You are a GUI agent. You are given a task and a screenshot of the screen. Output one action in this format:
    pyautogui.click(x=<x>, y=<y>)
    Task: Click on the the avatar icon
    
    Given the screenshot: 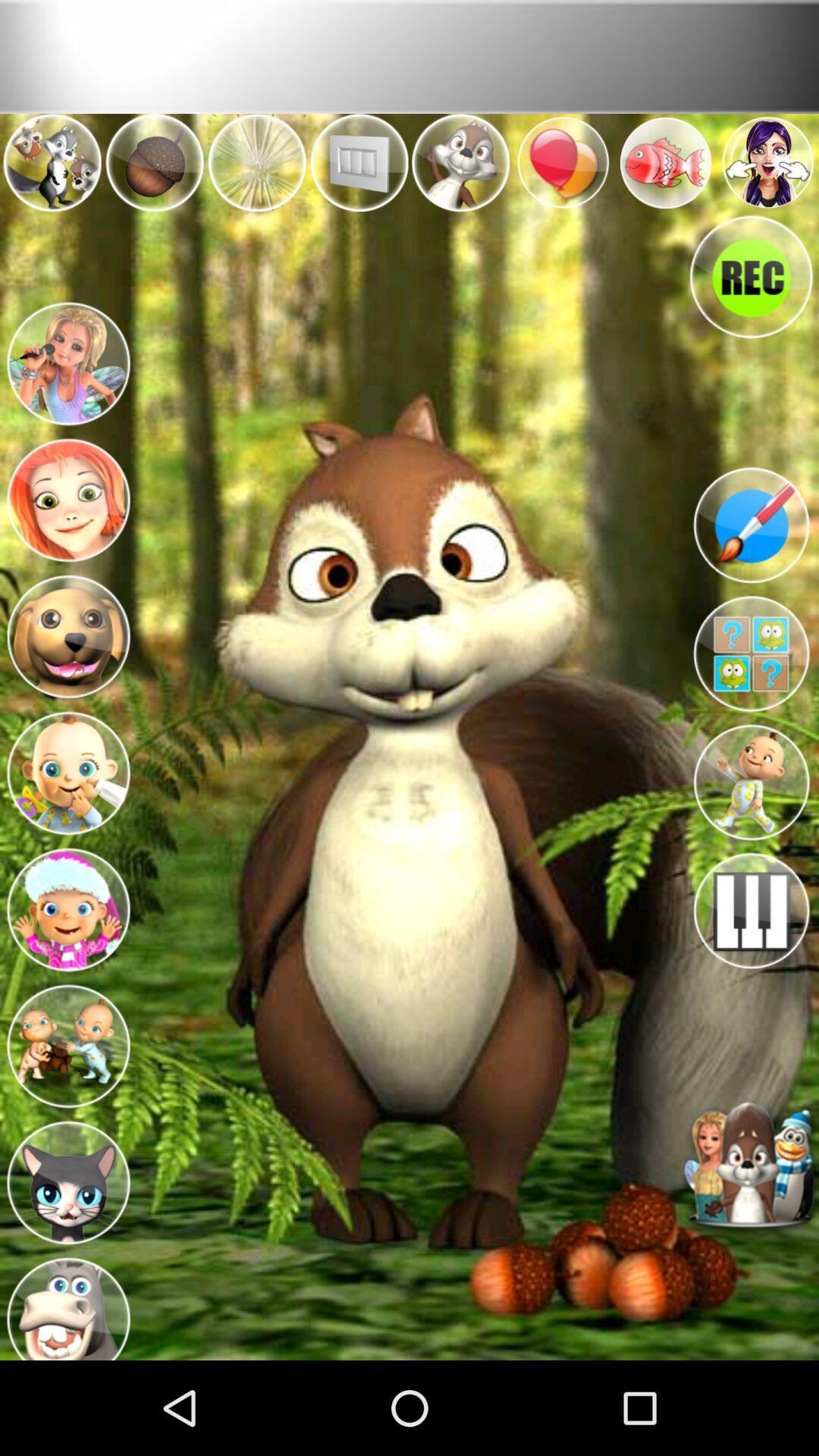 What is the action you would take?
    pyautogui.click(x=67, y=1115)
    